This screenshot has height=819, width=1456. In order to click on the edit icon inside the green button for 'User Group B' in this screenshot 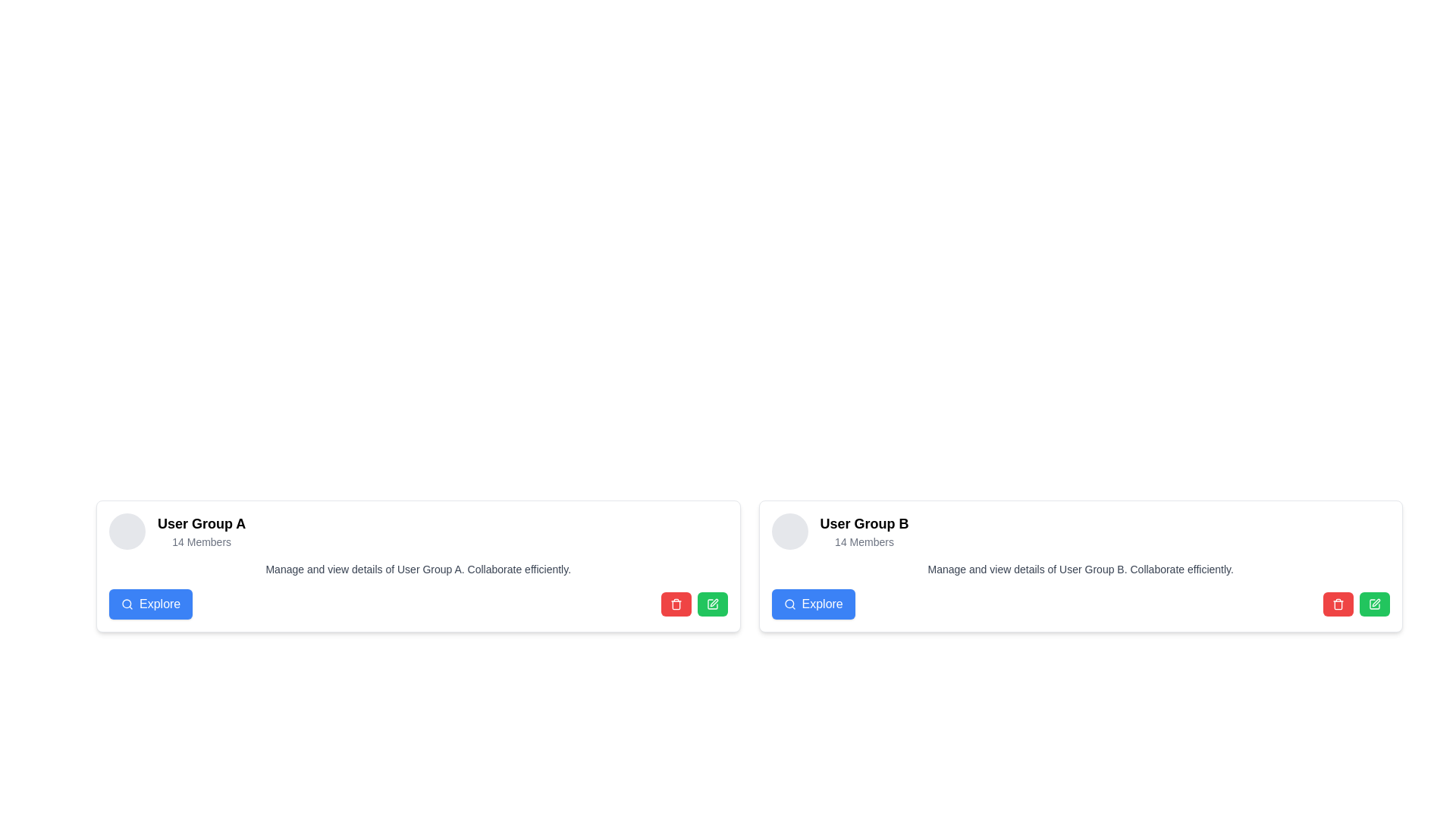, I will do `click(1375, 604)`.